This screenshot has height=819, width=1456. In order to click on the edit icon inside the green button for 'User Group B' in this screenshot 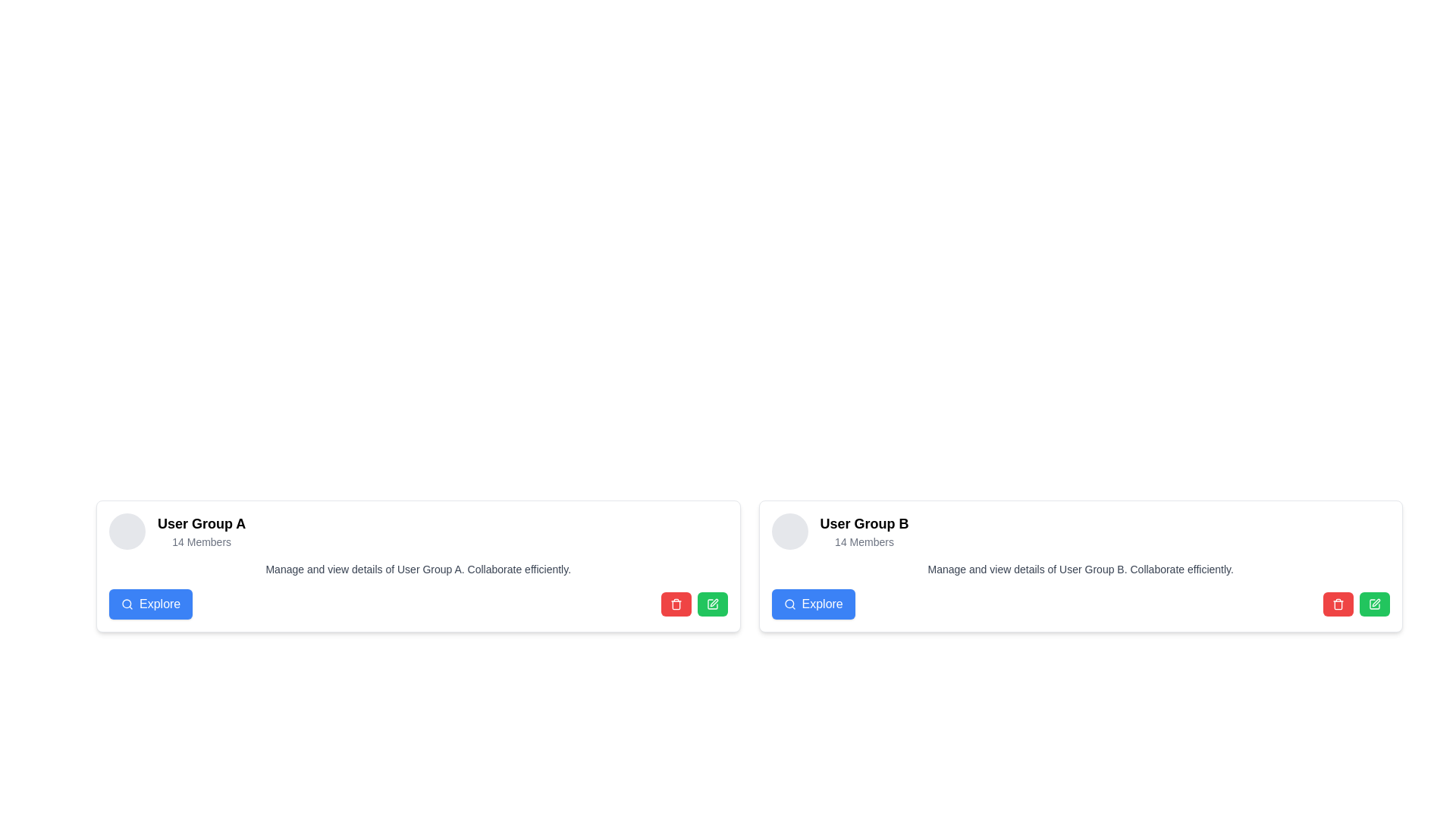, I will do `click(1375, 604)`.